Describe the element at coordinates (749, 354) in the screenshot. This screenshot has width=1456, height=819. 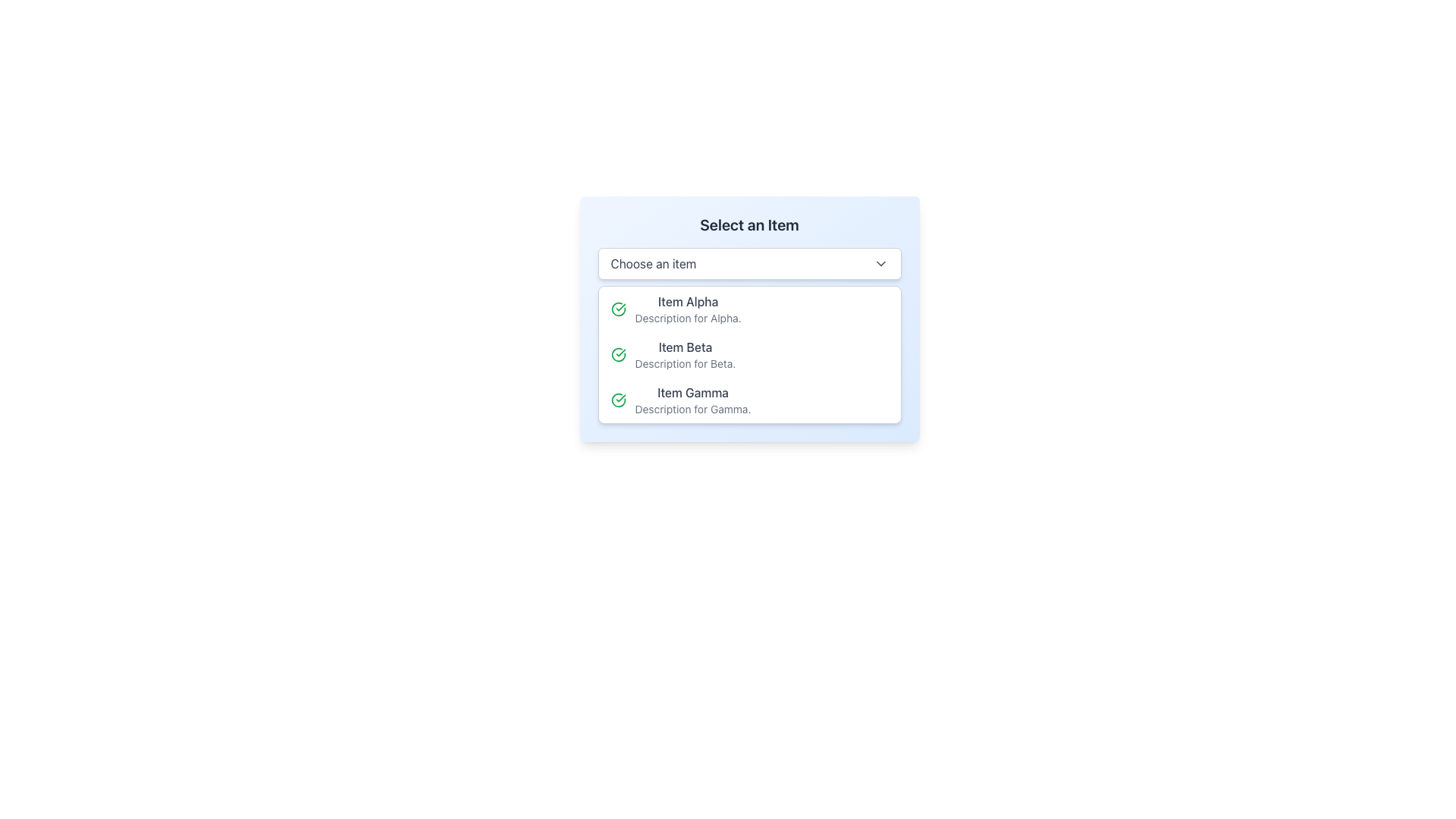
I see `the second selectable list item which displays details about 'Item Beta'` at that location.